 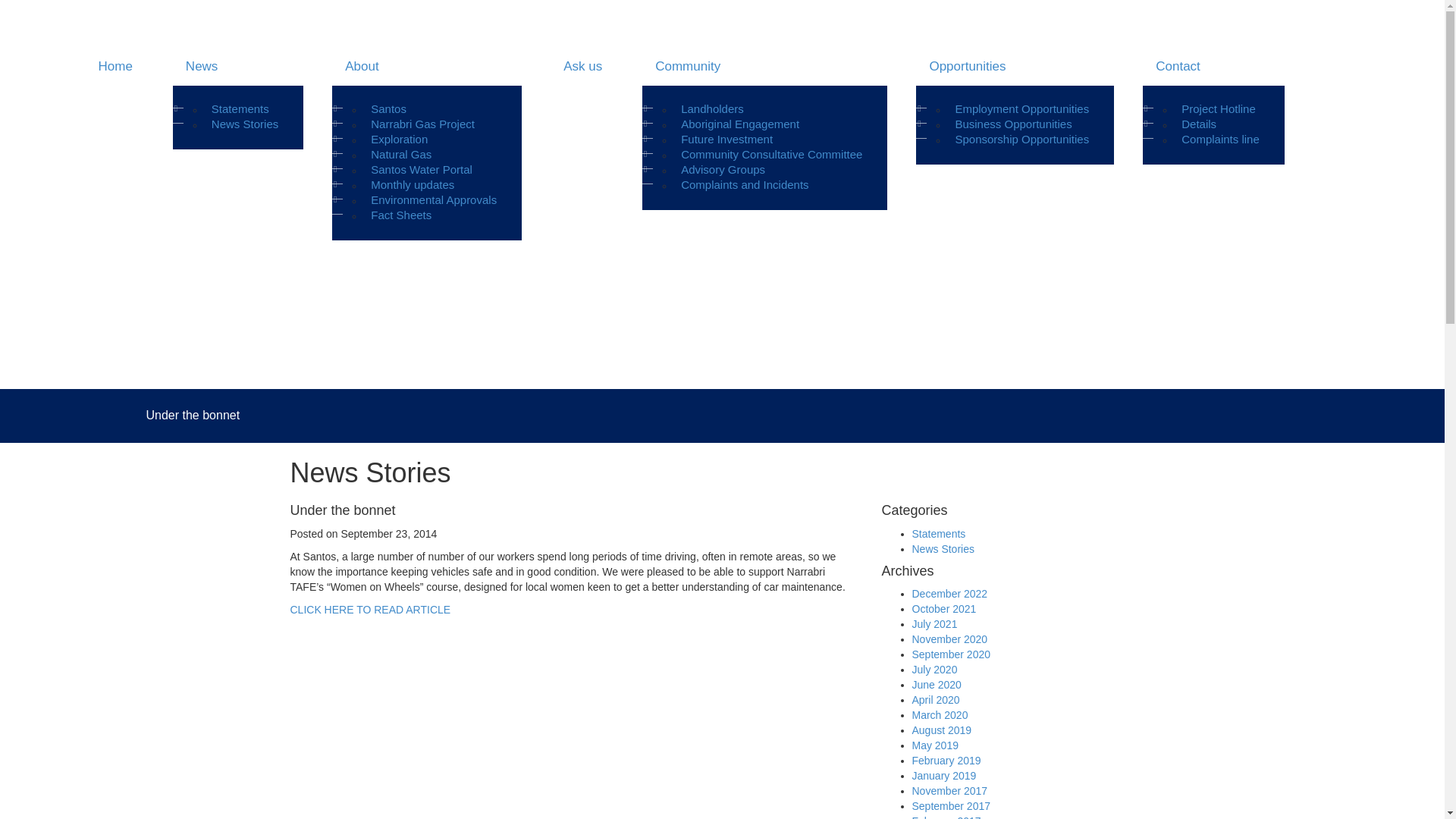 I want to click on 'Environmental Approvals', so click(x=432, y=199).